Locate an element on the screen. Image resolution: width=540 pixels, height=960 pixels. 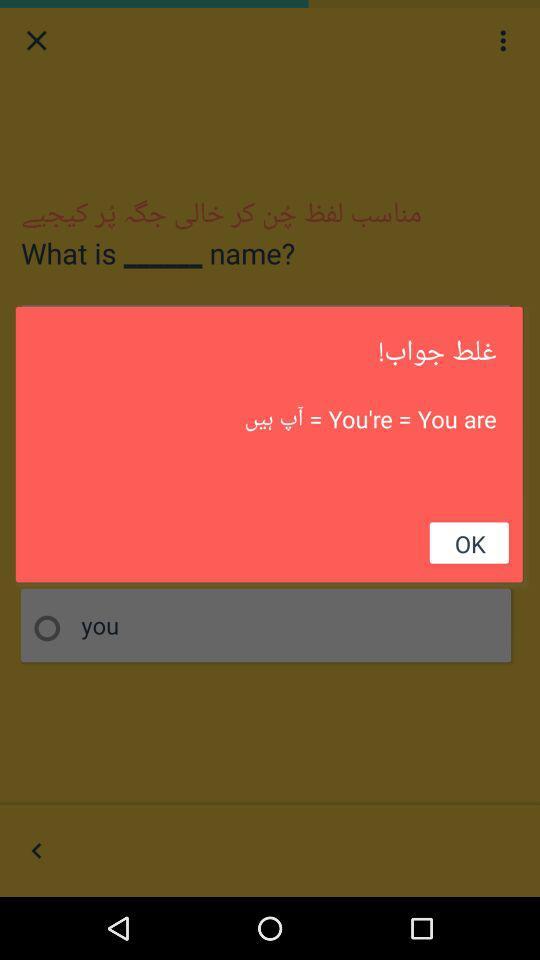
the close icon is located at coordinates (36, 42).